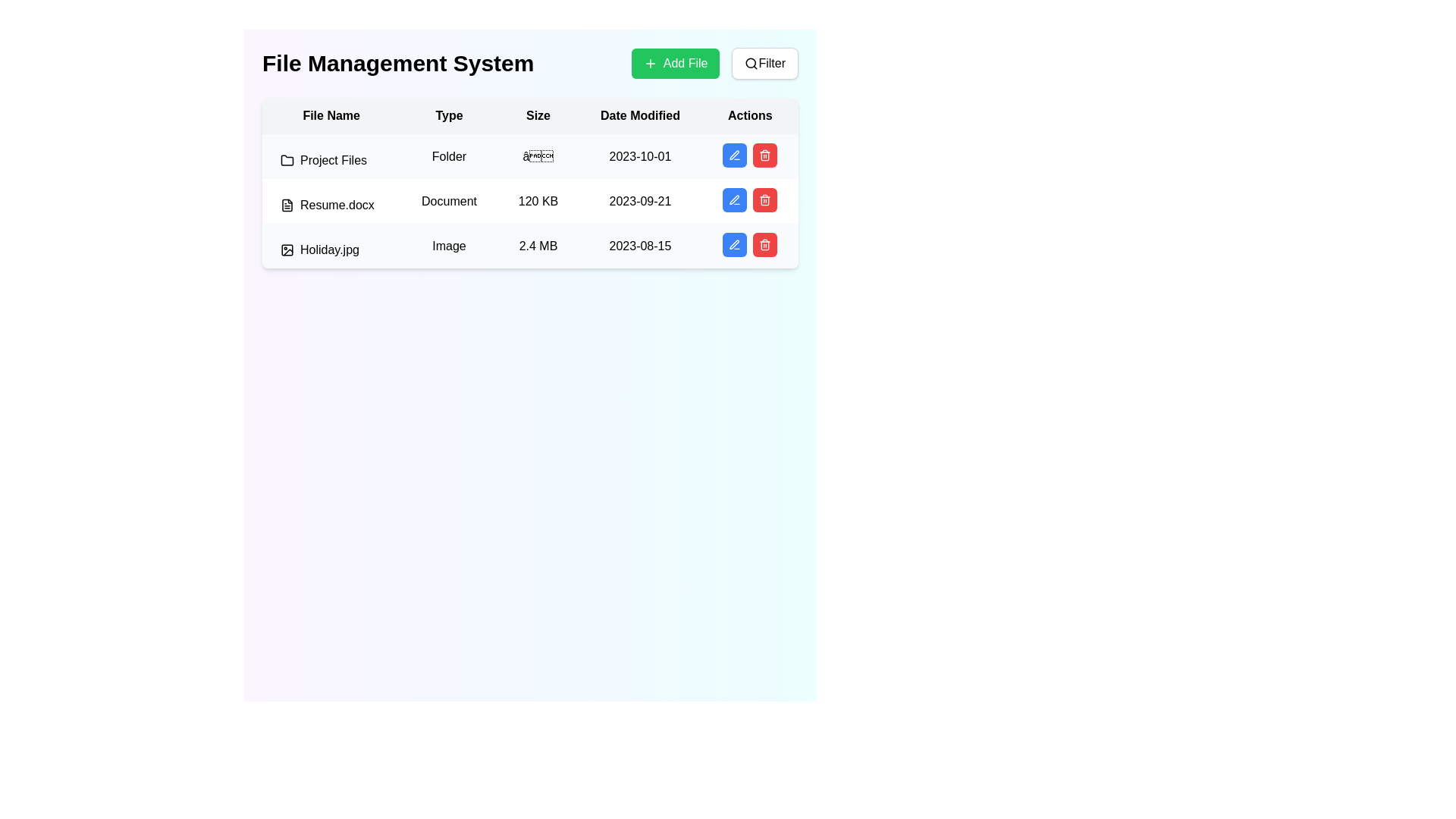 Image resolution: width=1456 pixels, height=819 pixels. I want to click on the edit icon for the 'Resume.docx' entry, so click(735, 199).